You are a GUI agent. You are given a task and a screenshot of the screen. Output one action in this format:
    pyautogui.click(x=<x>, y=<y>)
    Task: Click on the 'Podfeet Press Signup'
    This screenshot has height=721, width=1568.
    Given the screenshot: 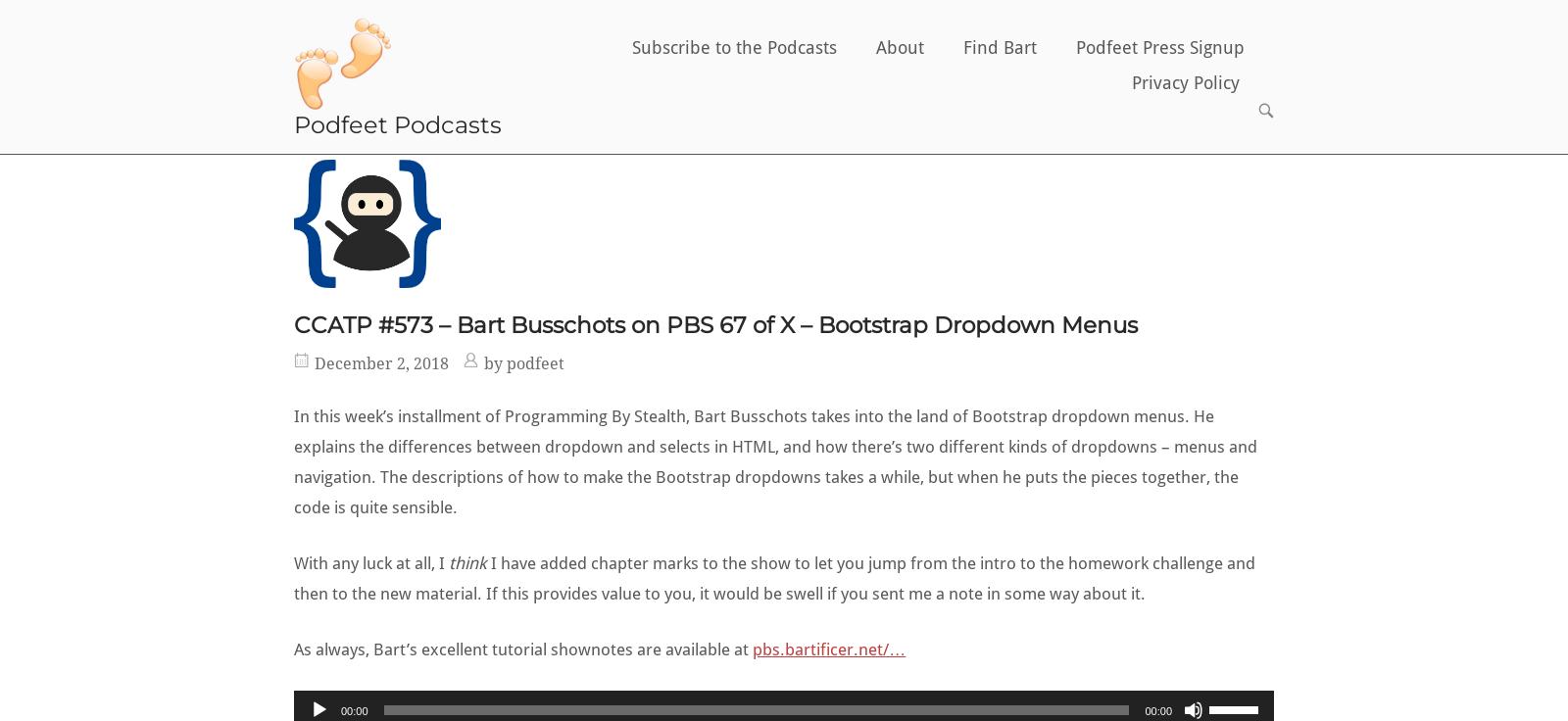 What is the action you would take?
    pyautogui.click(x=1160, y=46)
    